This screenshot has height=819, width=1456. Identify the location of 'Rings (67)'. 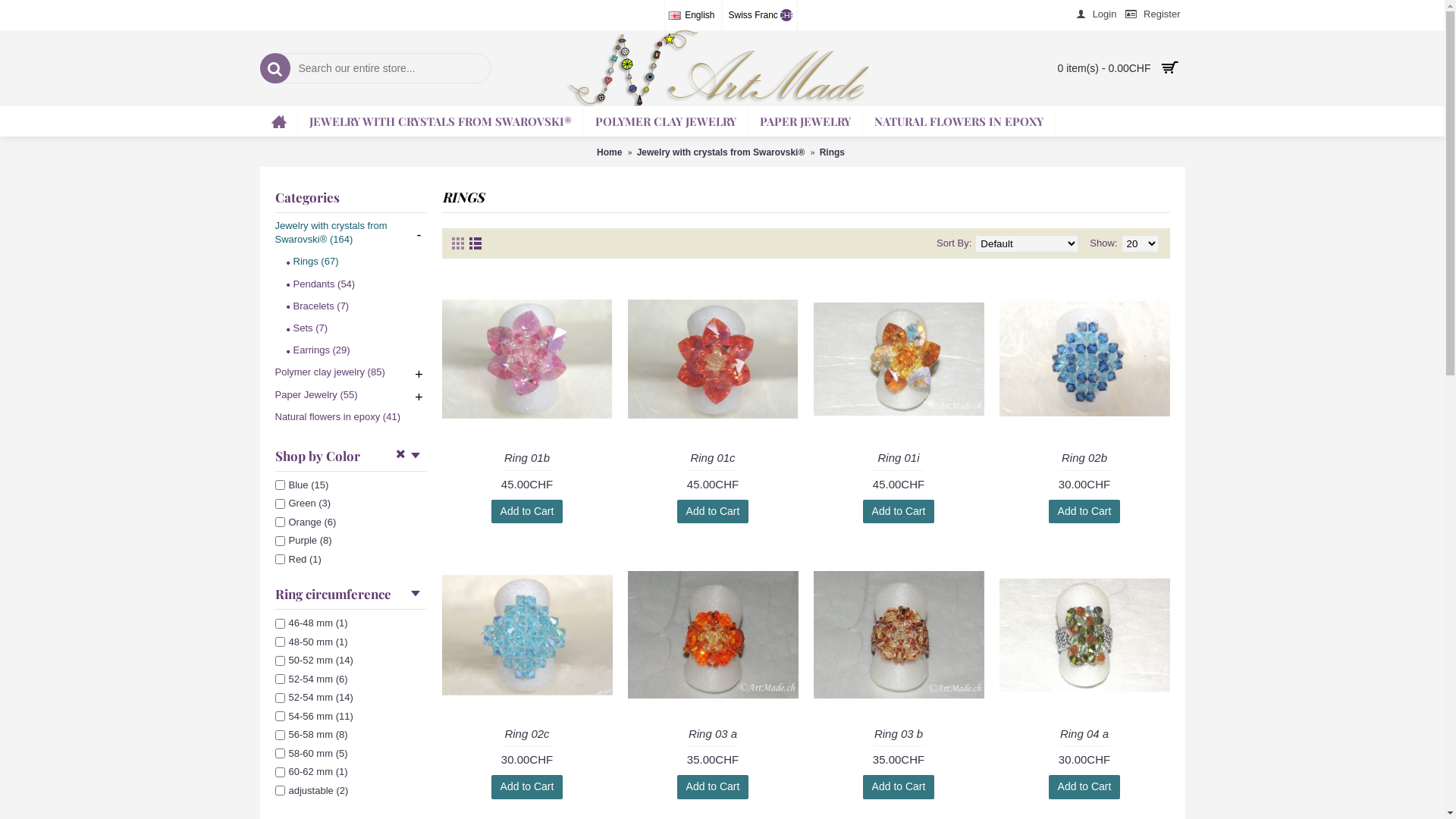
(349, 259).